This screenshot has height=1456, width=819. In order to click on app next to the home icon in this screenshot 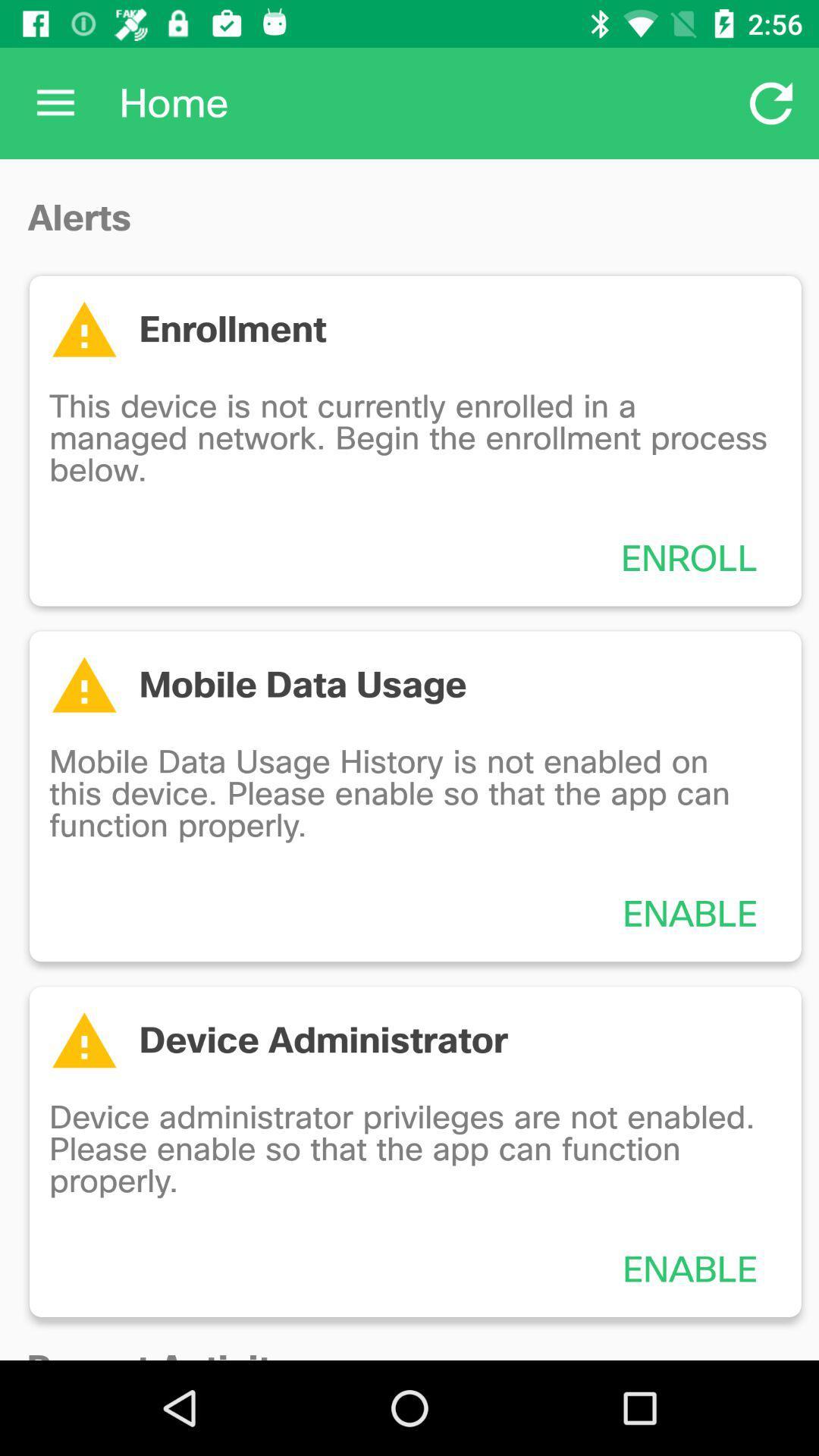, I will do `click(771, 102)`.